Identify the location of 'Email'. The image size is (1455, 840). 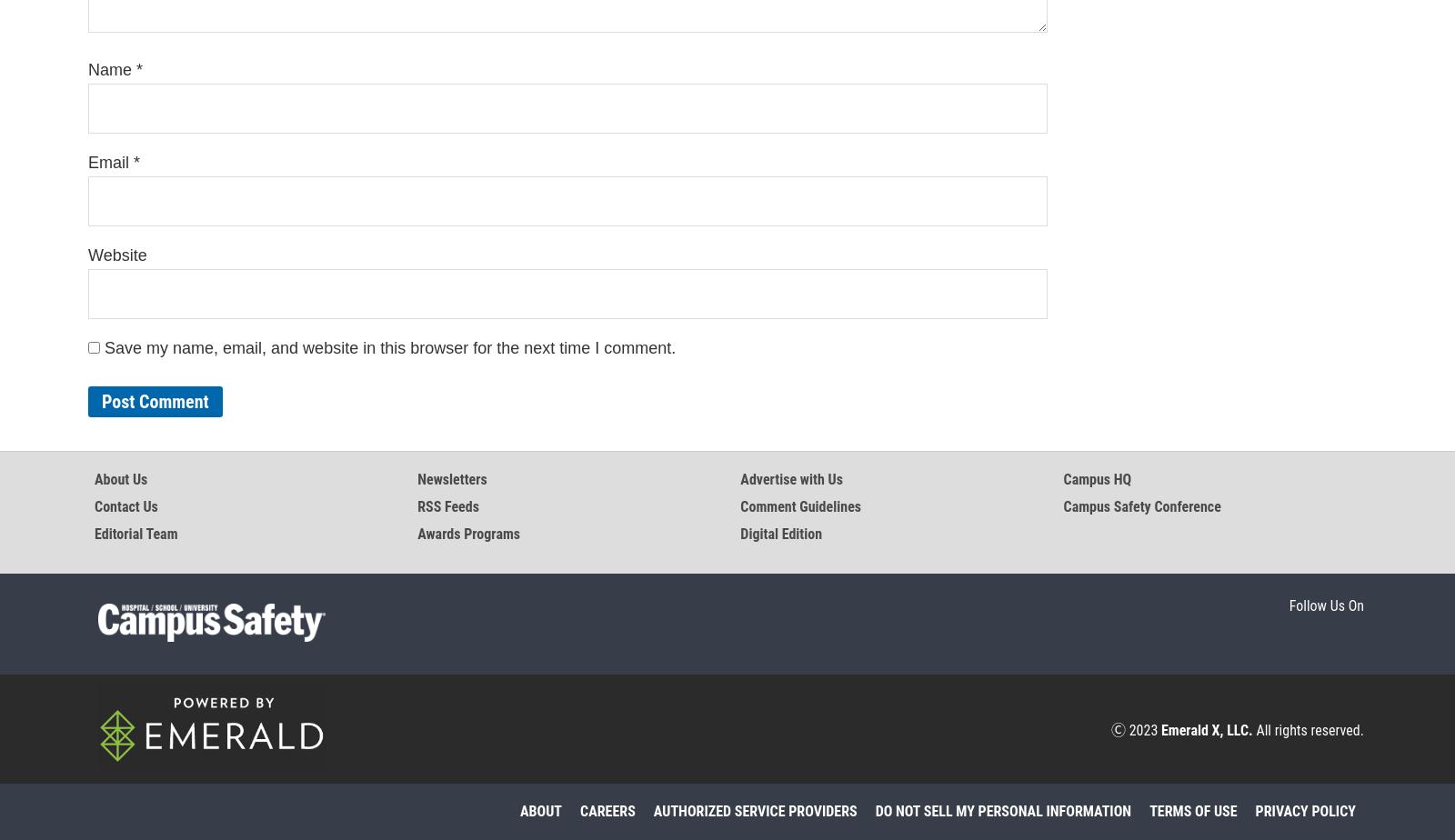
(109, 161).